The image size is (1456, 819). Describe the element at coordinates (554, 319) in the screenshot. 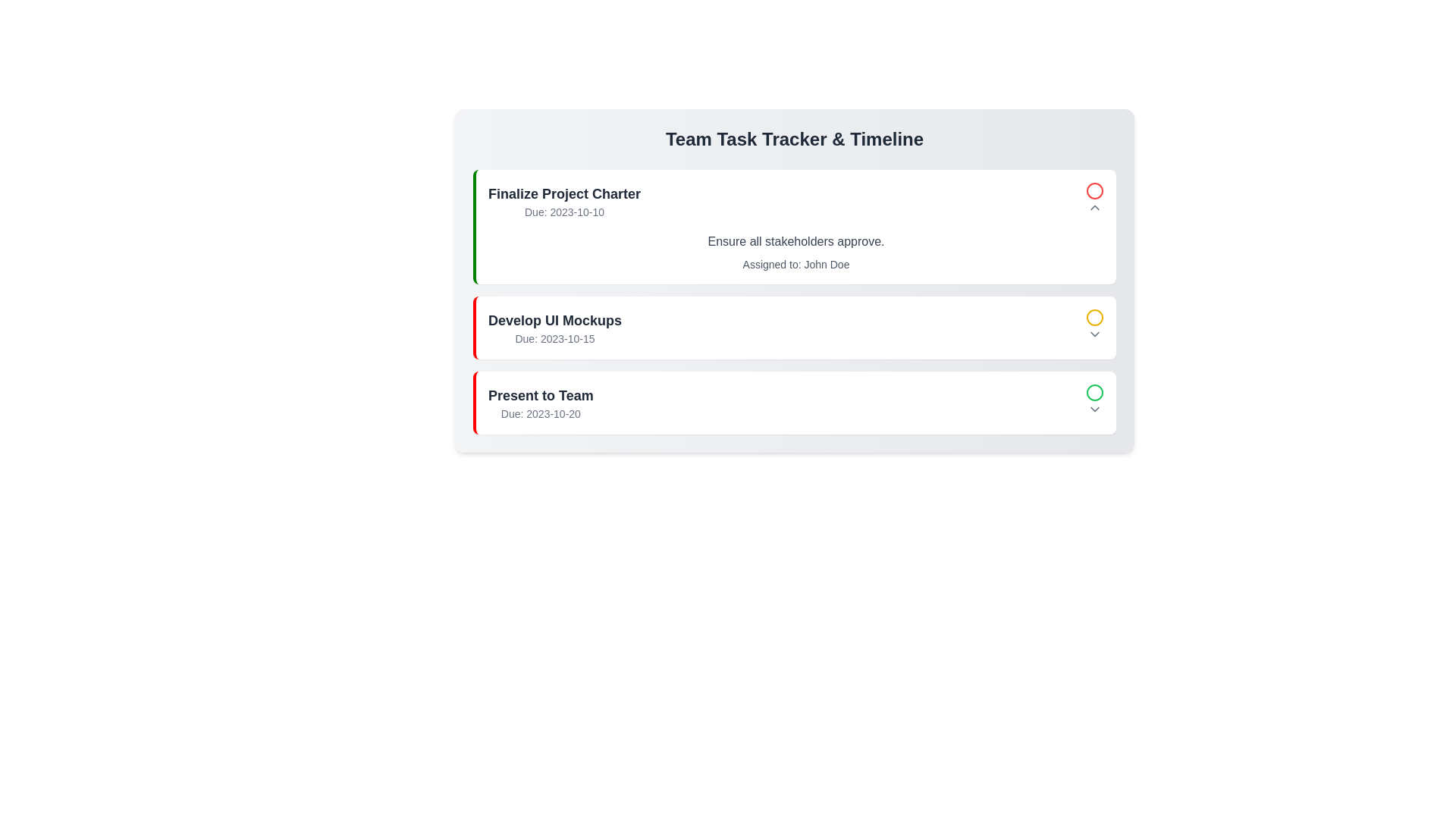

I see `the Text label that identifies the specific task entry in the task tracker, which is centrally placed within the second task card and positioned above the 'Due: 2023-10-15' text` at that location.